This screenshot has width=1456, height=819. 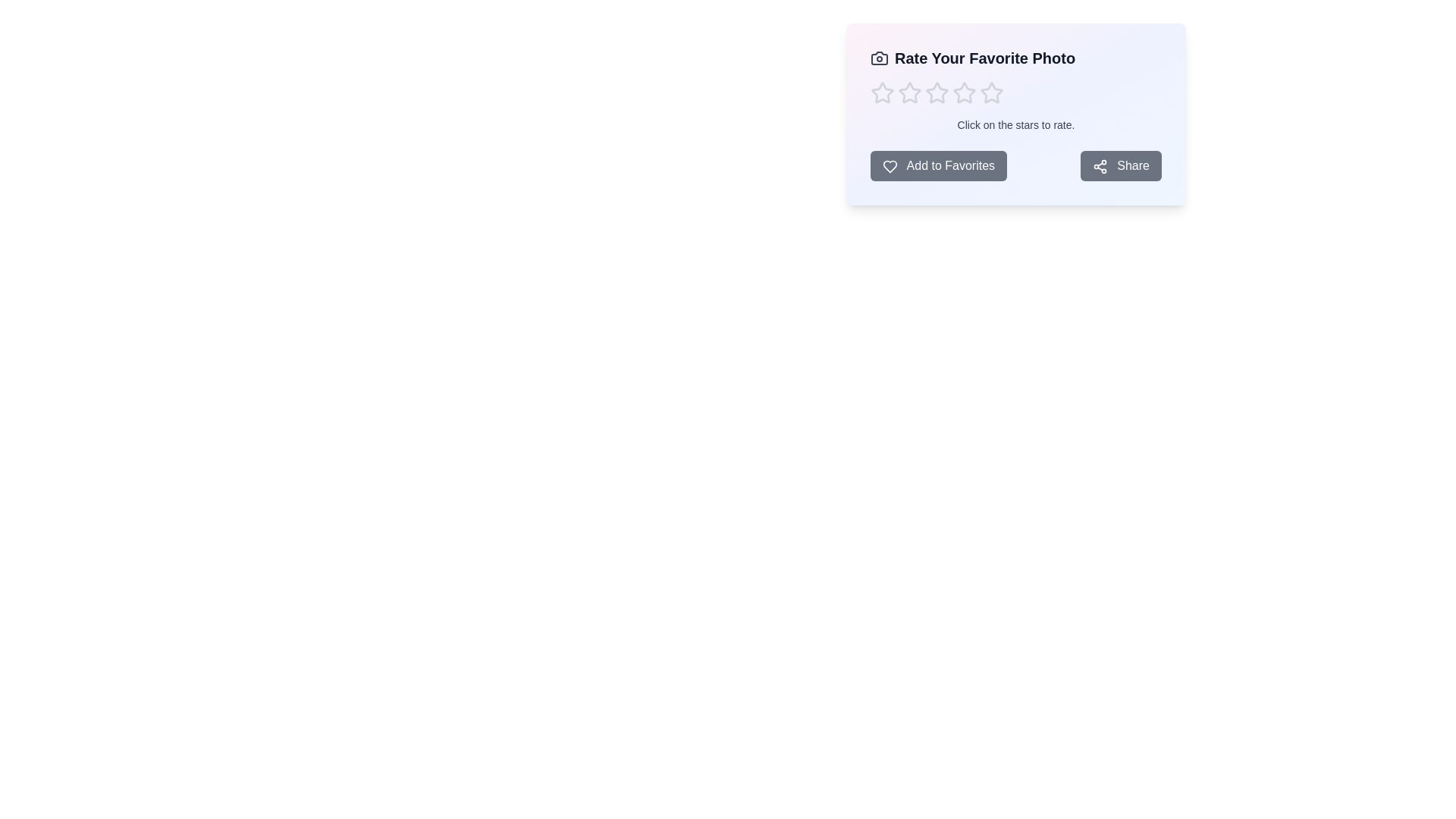 I want to click on the second rating star in the rating system, so click(x=964, y=93).